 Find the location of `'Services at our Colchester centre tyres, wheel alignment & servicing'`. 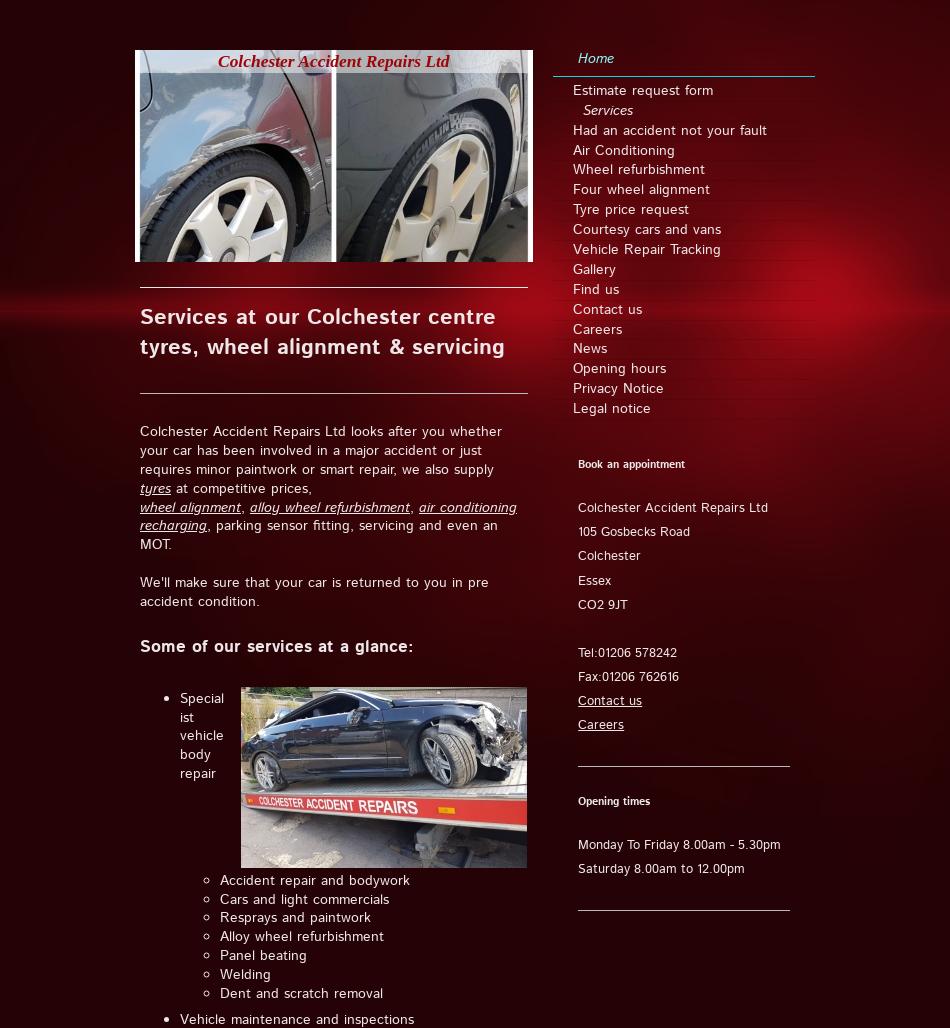

'Services at our Colchester centre tyres, wheel alignment & servicing' is located at coordinates (140, 330).